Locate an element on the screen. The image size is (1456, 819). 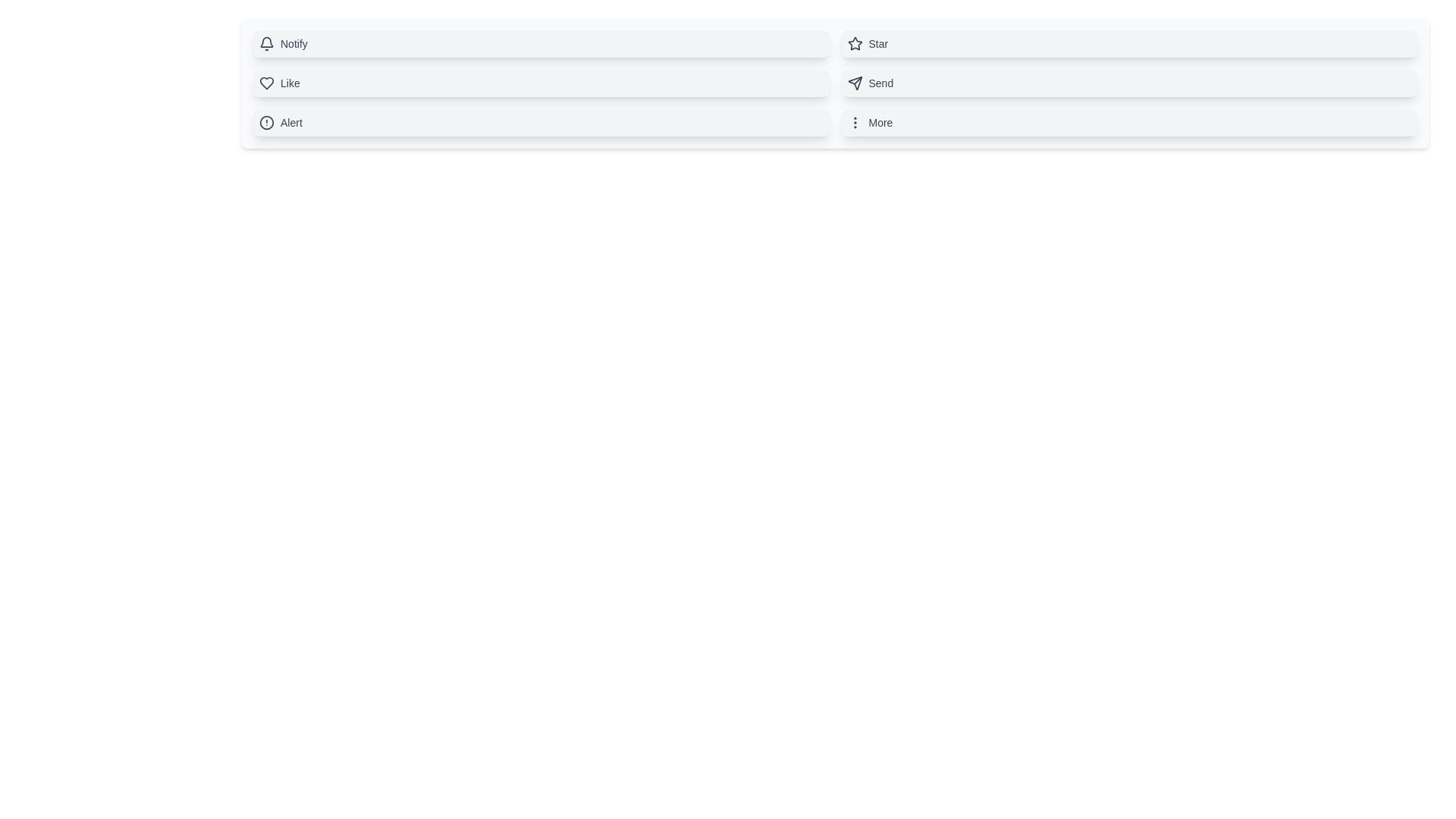
the appearance of the paper plane icon located within the 'Send' button on the right side, which is styled in a gray stroke design is located at coordinates (855, 83).